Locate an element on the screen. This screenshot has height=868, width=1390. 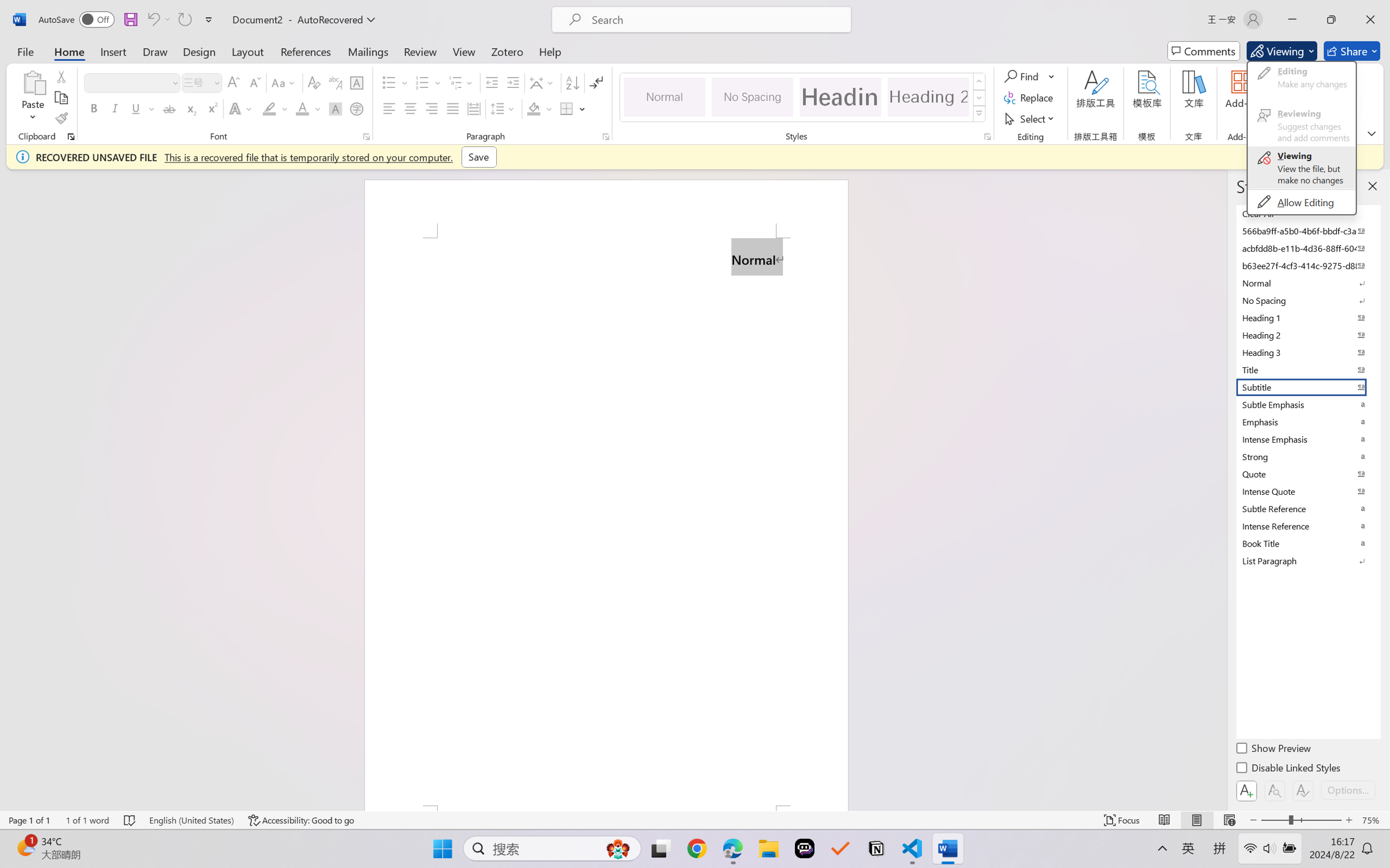
'Page Number Page 1 of 1' is located at coordinates (30, 820).